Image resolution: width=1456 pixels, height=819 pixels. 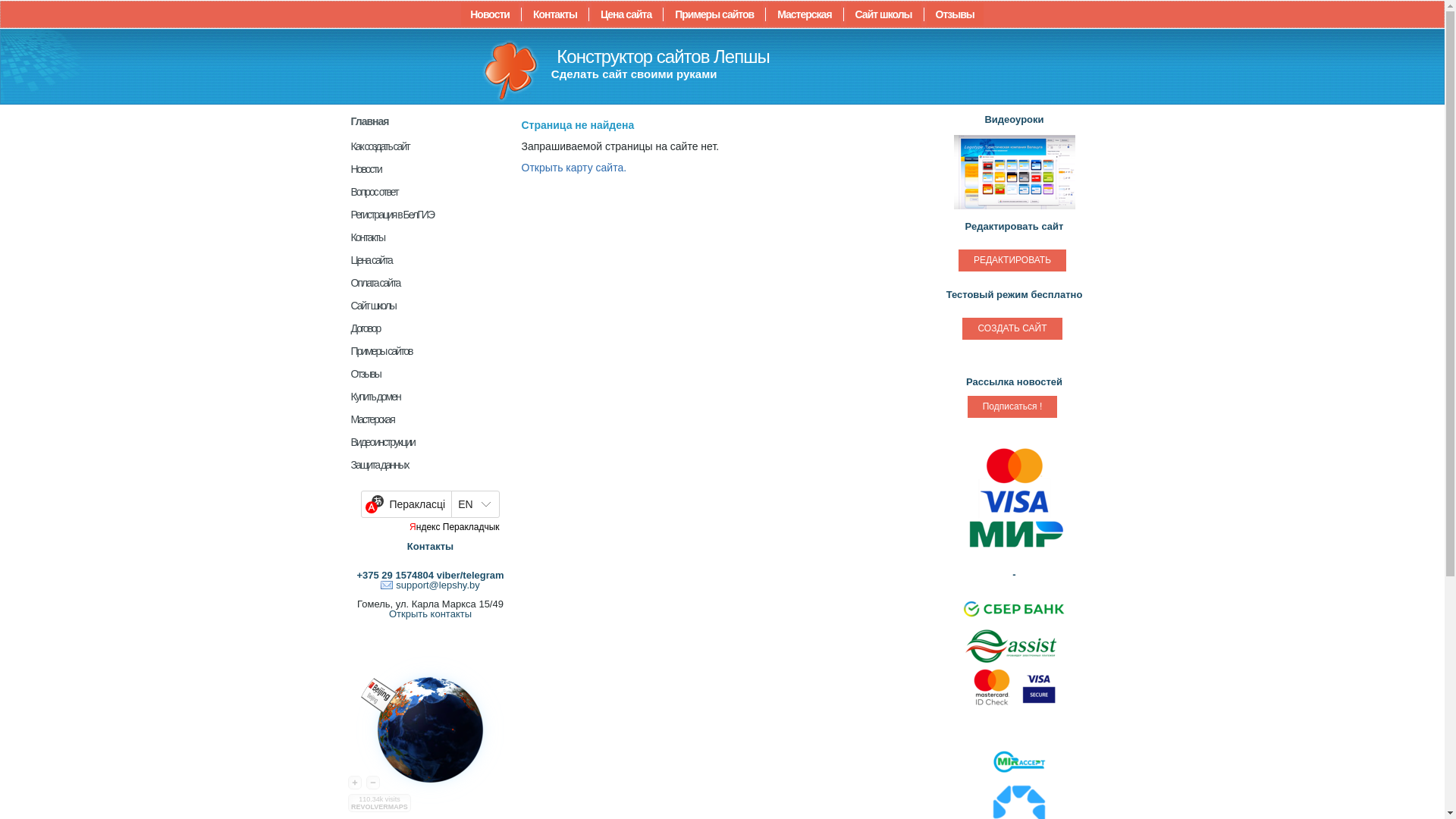 I want to click on 'support@lepshy.by', so click(x=429, y=584).